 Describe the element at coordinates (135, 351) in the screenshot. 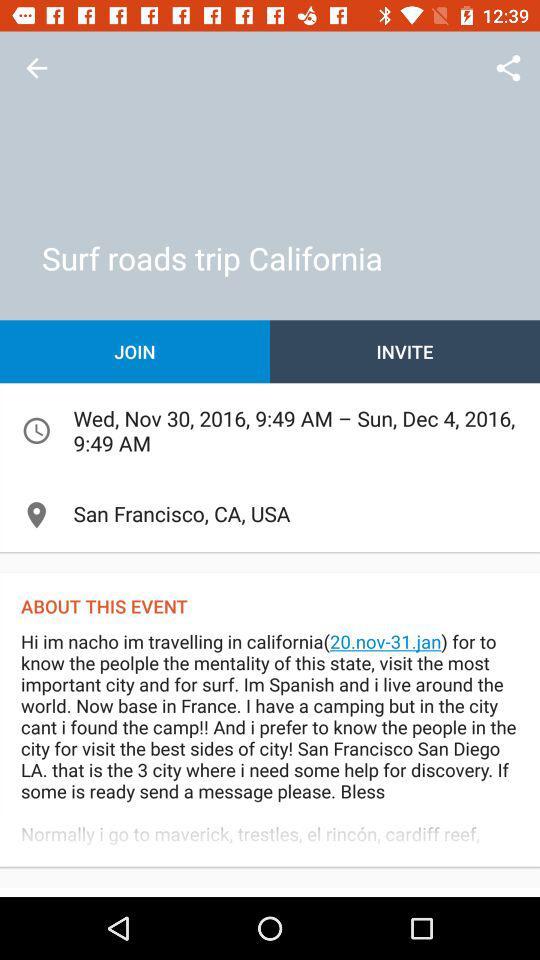

I see `the join item` at that location.